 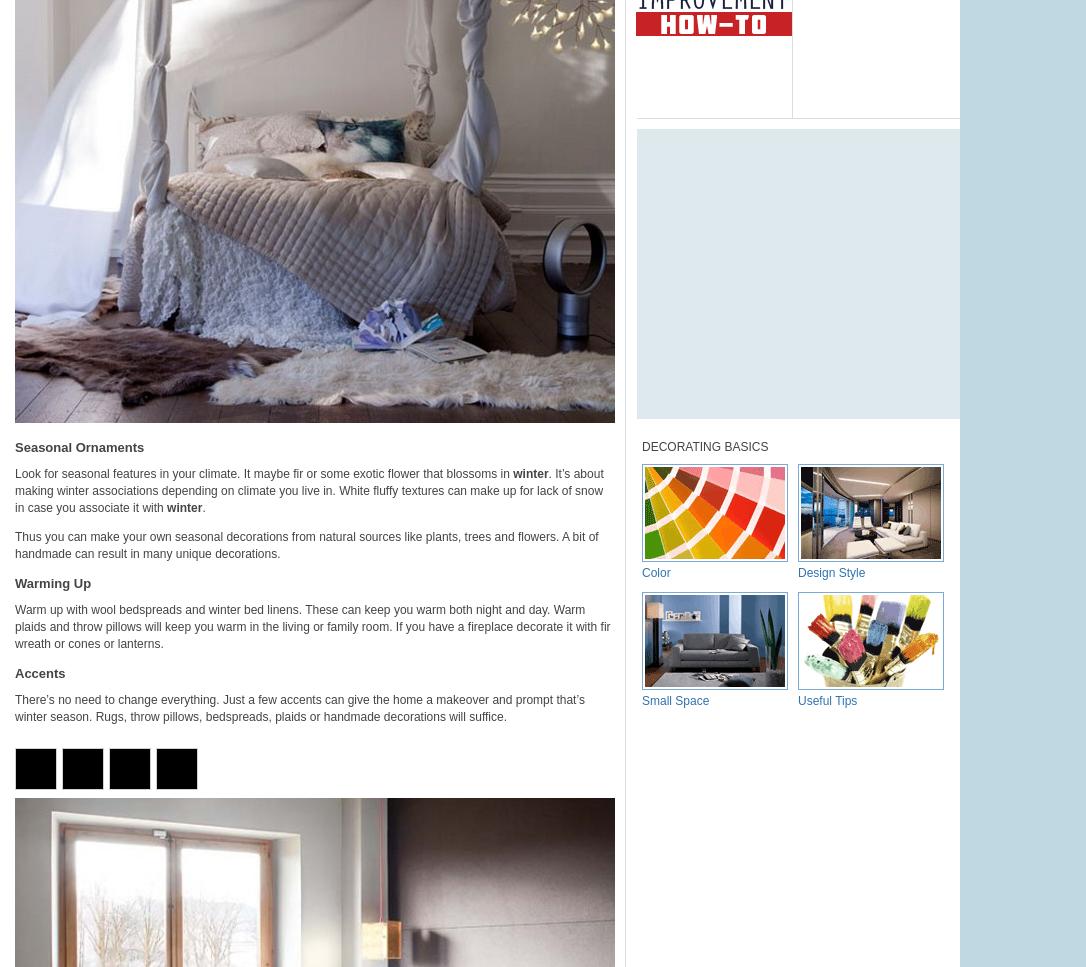 What do you see at coordinates (14, 582) in the screenshot?
I see `'Warming Up'` at bounding box center [14, 582].